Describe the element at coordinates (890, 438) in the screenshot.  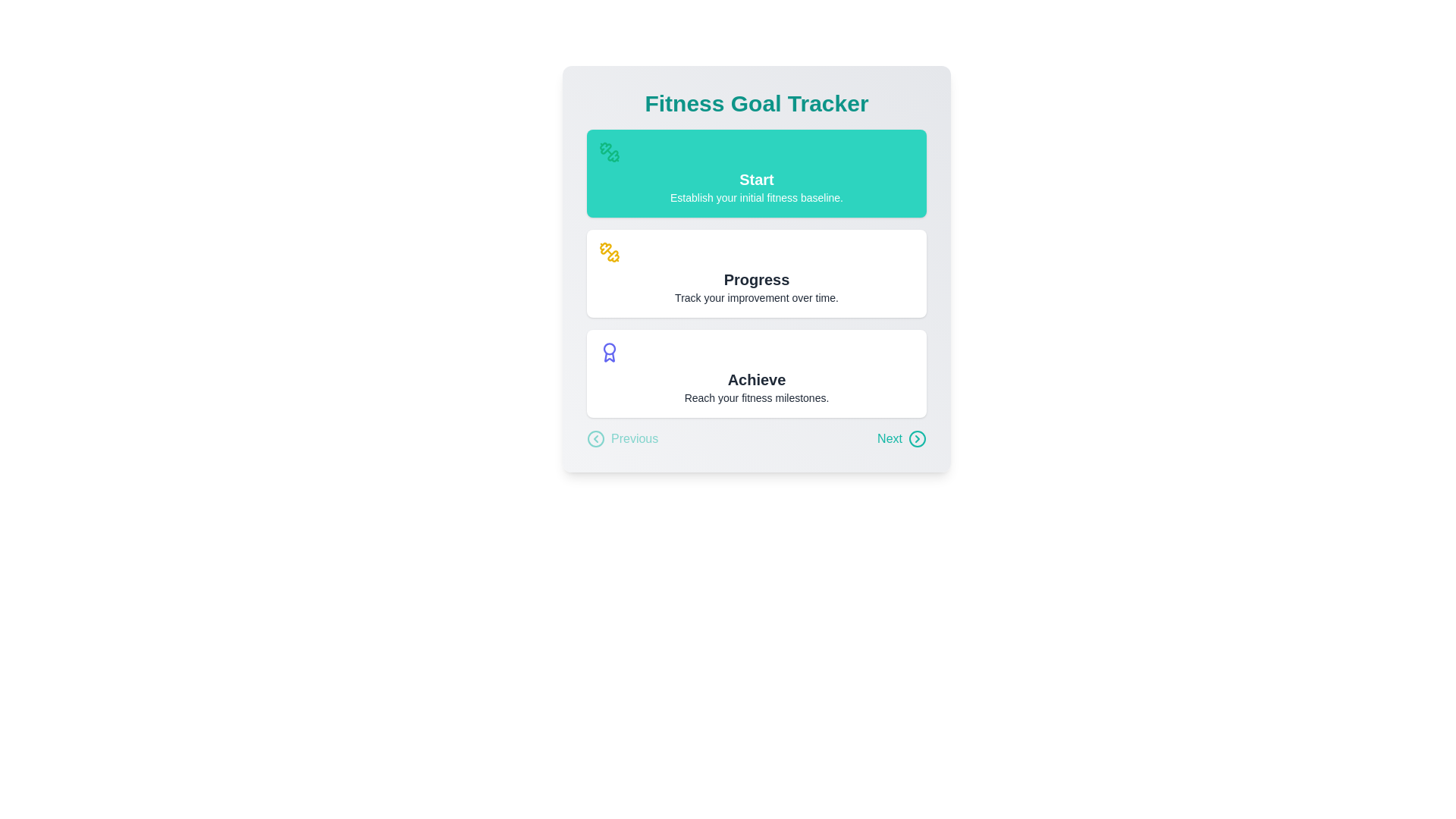
I see `the 'Next' navigation button, which is styled in teal color and positioned in the lower-right corner of the 'Fitness Goal Tracker' dialog box` at that location.